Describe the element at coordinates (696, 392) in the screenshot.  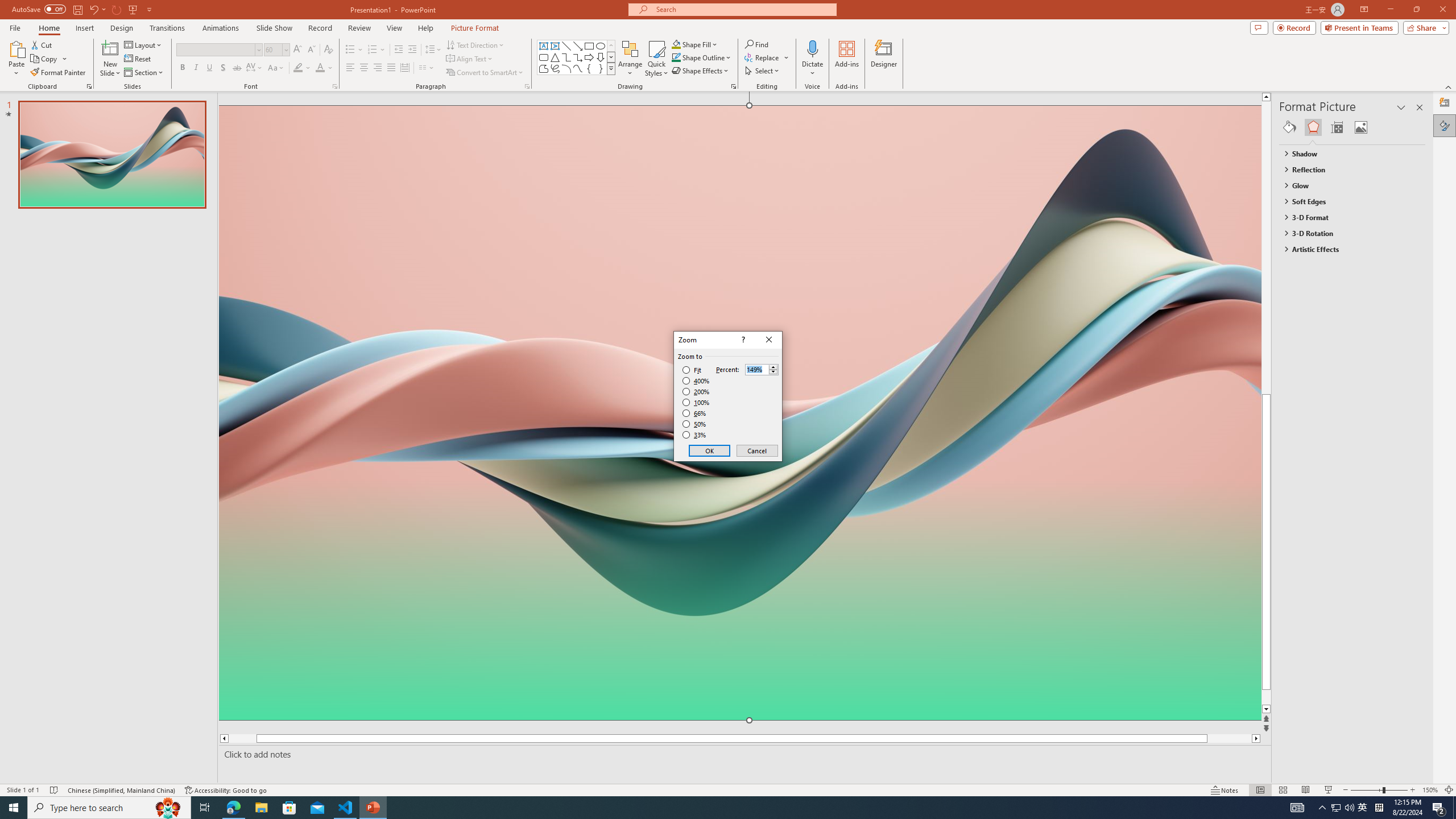
I see `'200%'` at that location.